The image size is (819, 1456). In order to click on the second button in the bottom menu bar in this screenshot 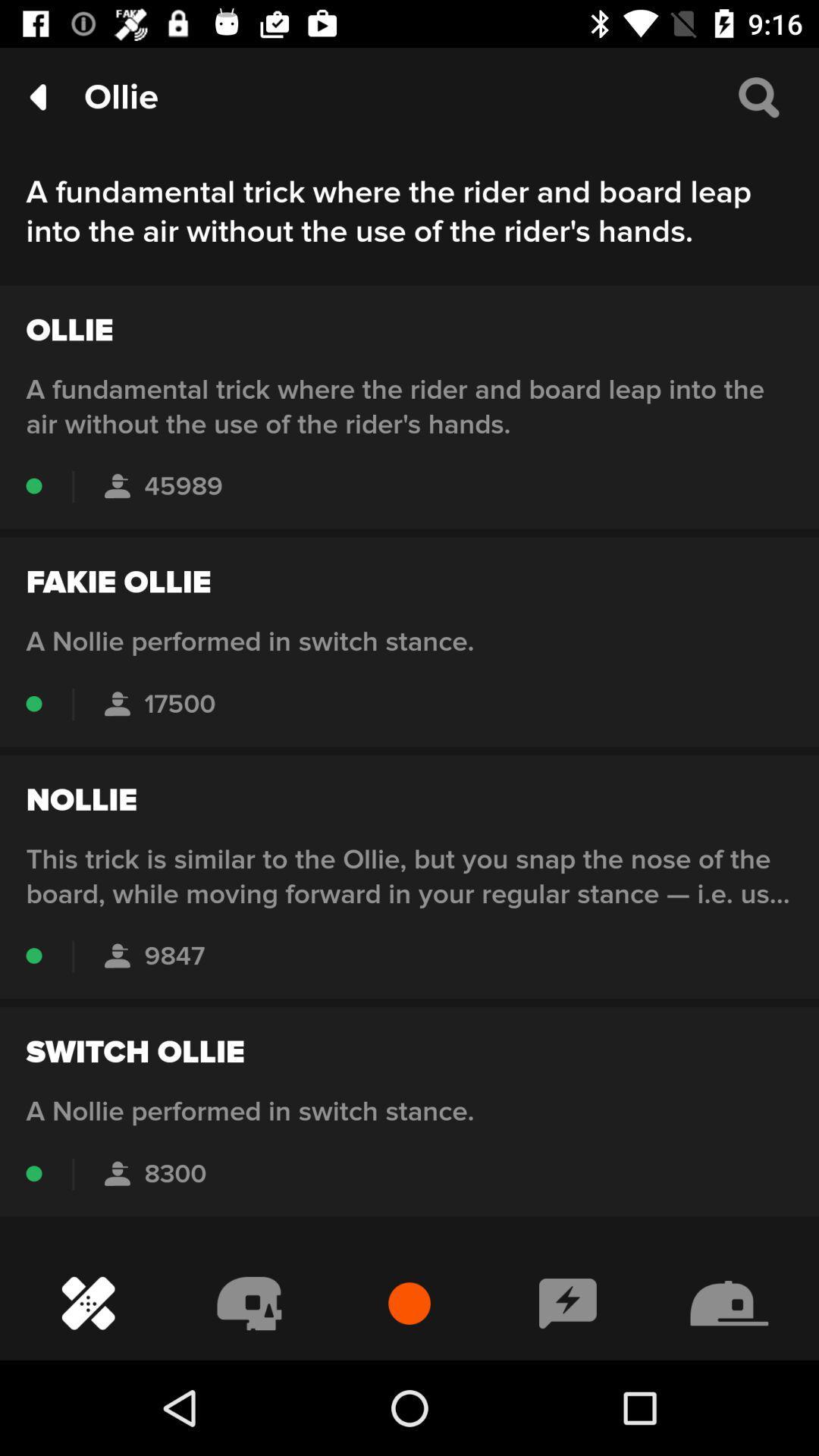, I will do `click(249, 1303)`.